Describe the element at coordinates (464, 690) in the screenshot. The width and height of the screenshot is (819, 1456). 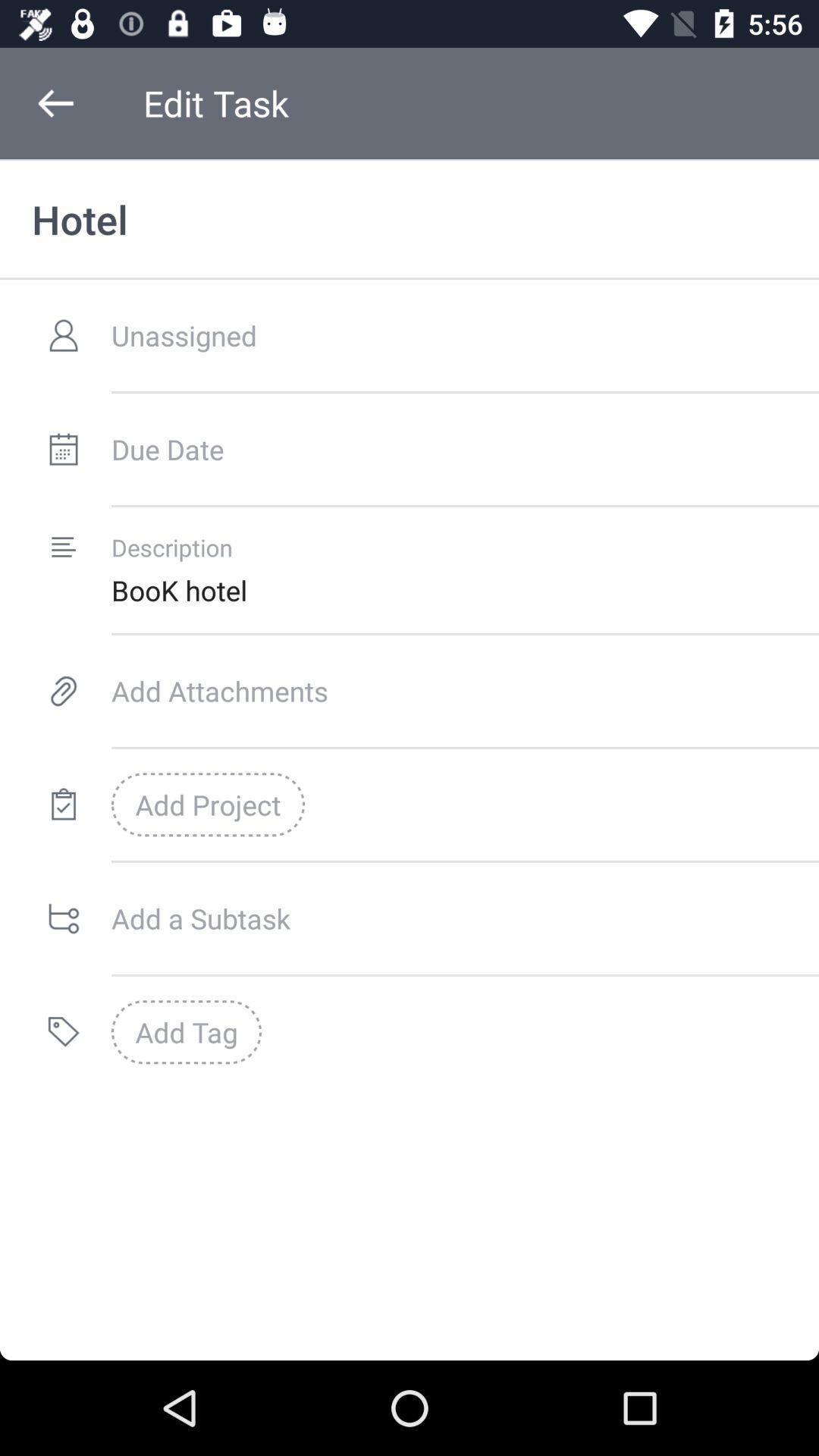
I see `the text field which is below the book hotel` at that location.